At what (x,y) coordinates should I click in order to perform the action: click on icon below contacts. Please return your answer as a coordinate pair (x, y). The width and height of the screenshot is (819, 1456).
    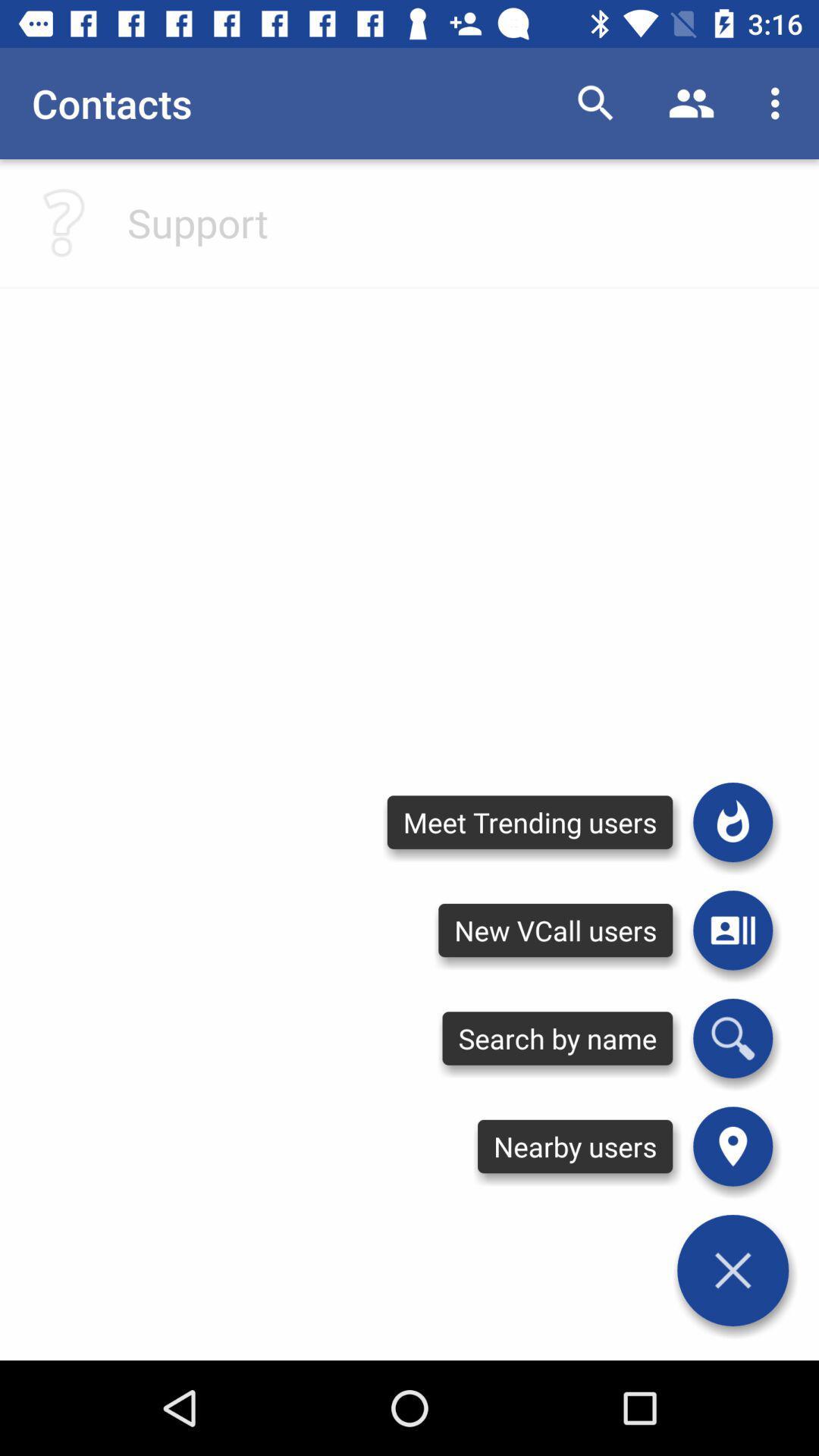
    Looking at the image, I should click on (197, 221).